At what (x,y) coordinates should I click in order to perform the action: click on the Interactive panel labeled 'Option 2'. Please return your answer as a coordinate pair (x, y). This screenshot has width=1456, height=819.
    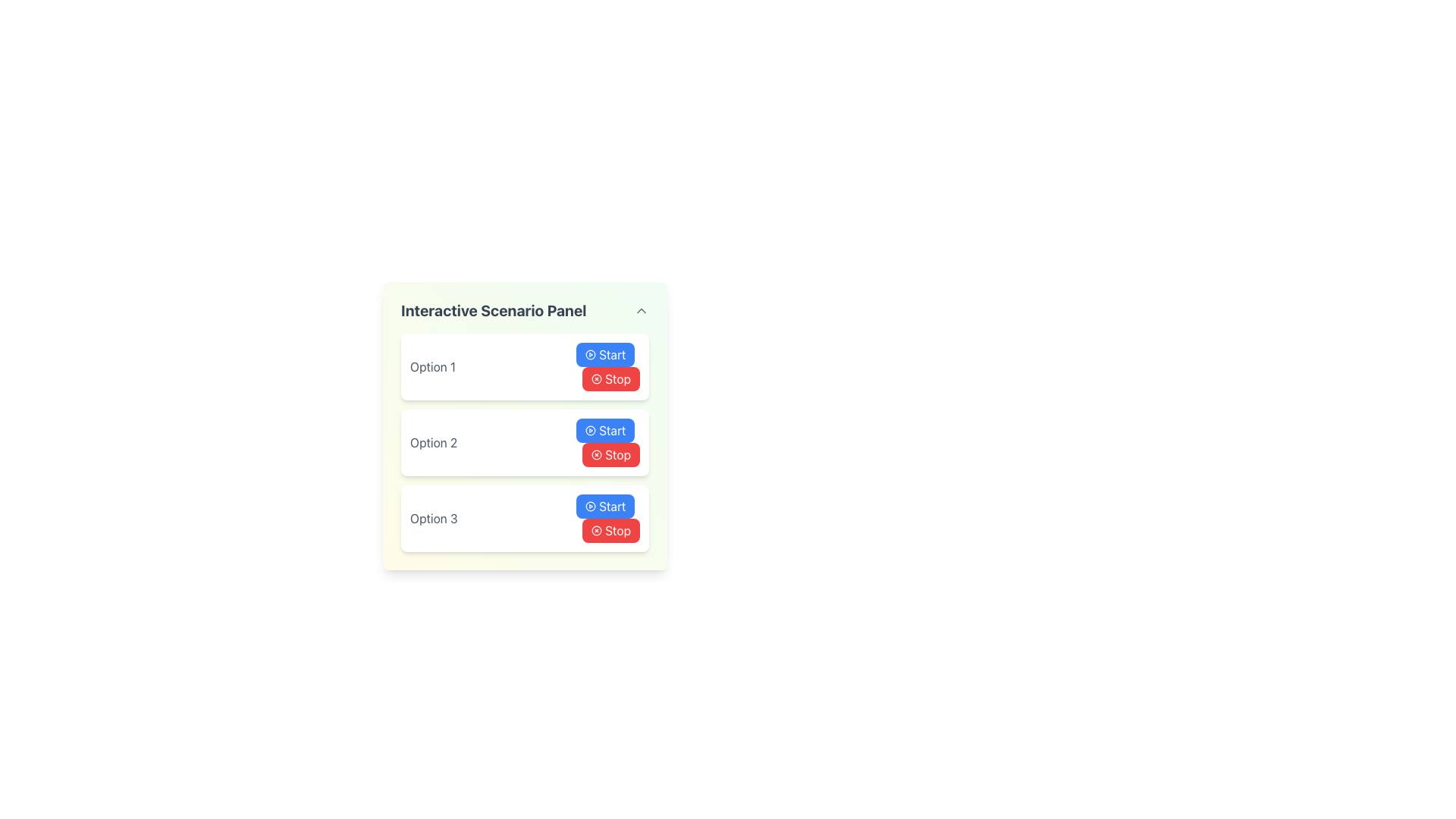
    Looking at the image, I should click on (525, 442).